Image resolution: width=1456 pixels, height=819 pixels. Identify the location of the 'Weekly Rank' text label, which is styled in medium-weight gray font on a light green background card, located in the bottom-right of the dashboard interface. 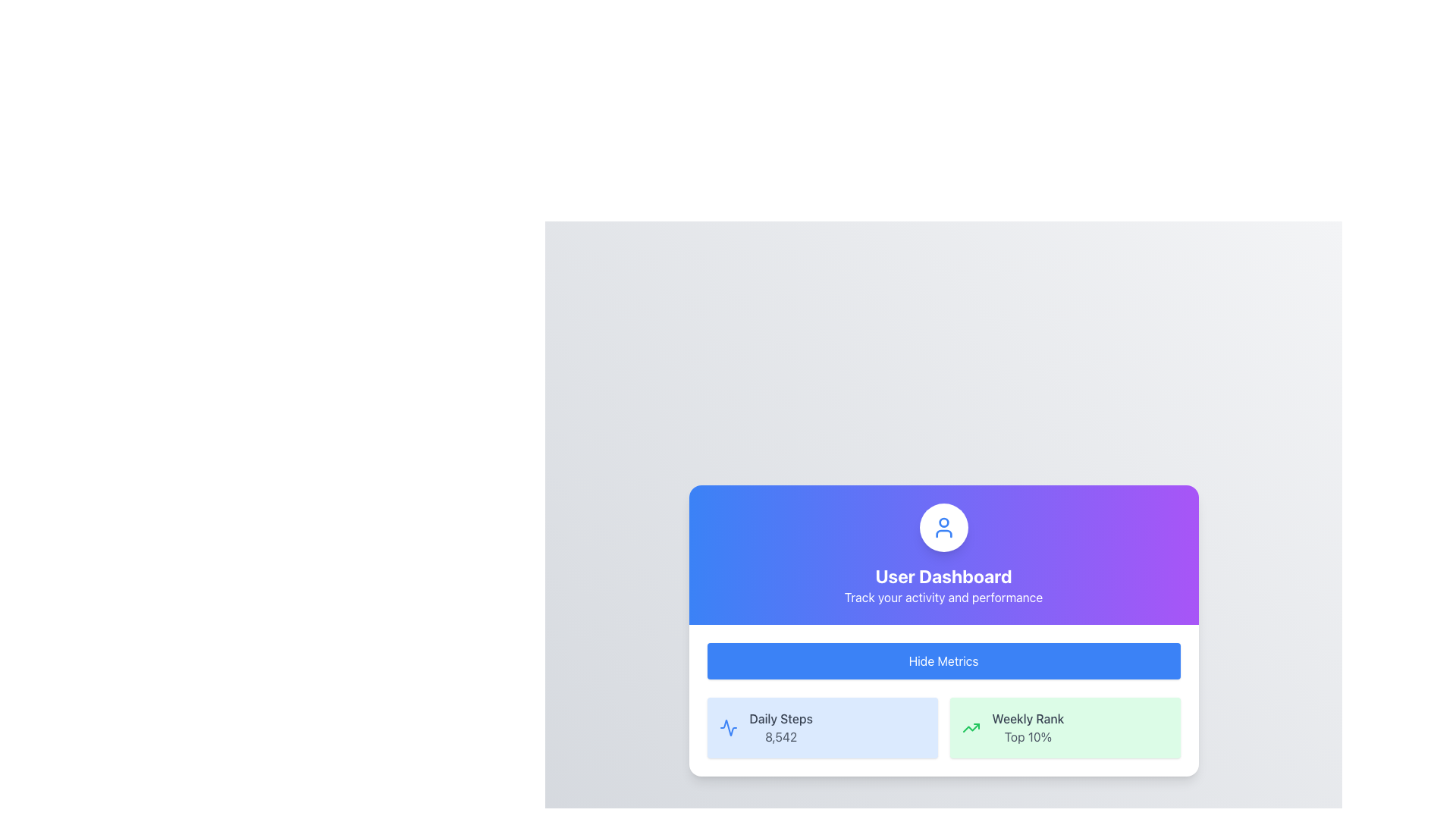
(1028, 718).